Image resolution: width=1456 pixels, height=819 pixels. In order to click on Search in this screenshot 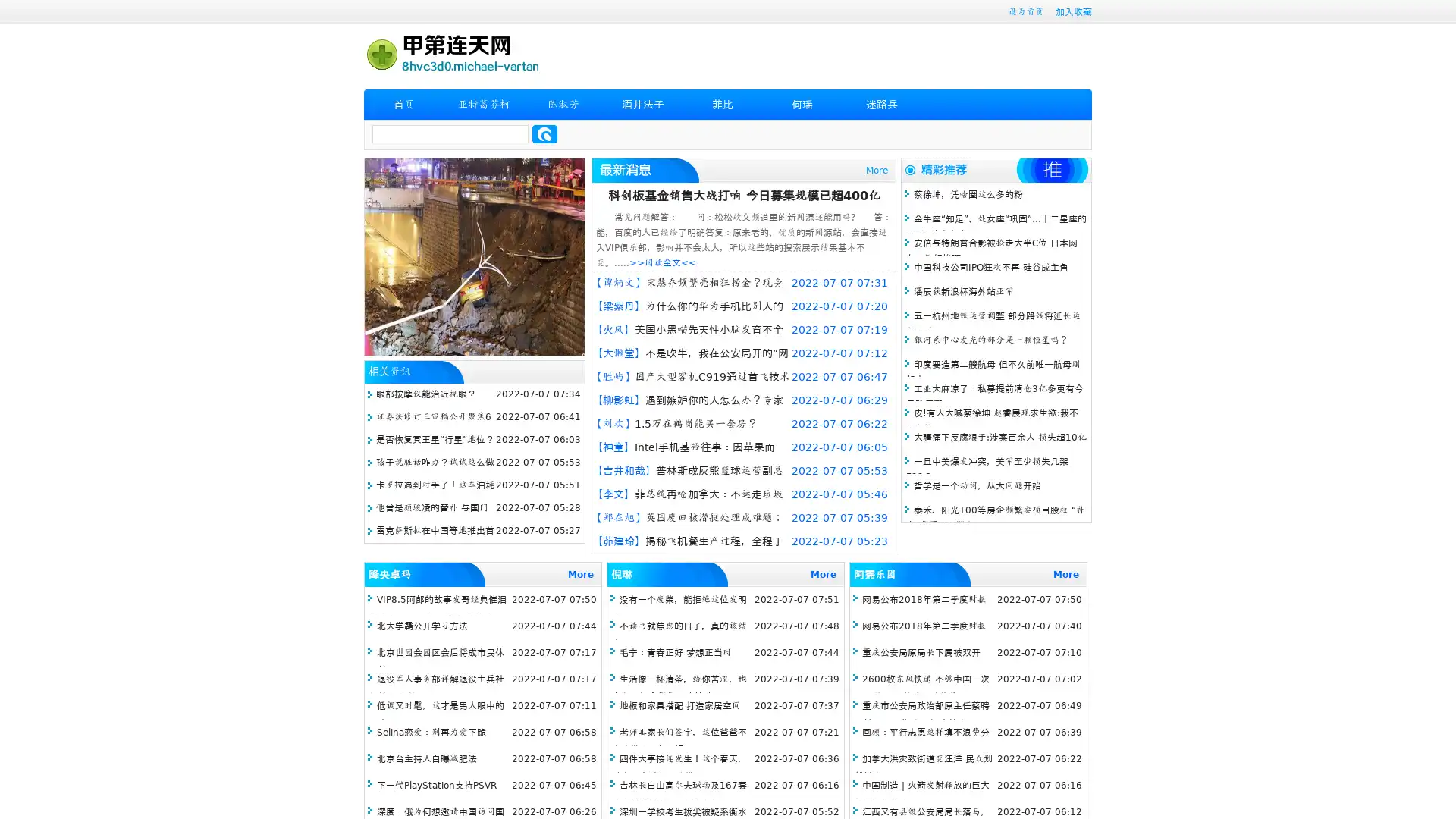, I will do `click(544, 133)`.